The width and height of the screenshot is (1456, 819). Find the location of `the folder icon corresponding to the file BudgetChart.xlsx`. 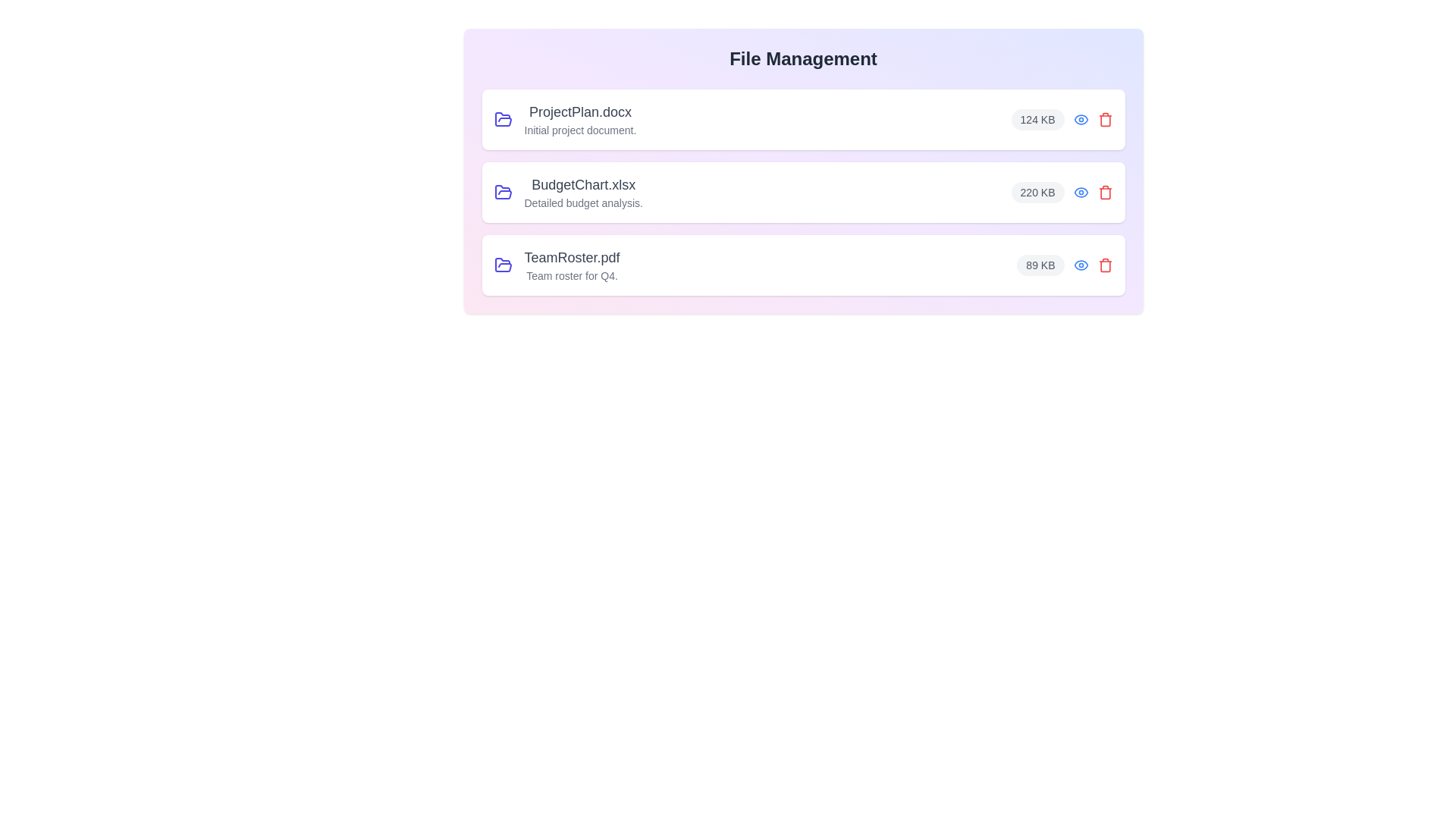

the folder icon corresponding to the file BudgetChart.xlsx is located at coordinates (503, 192).